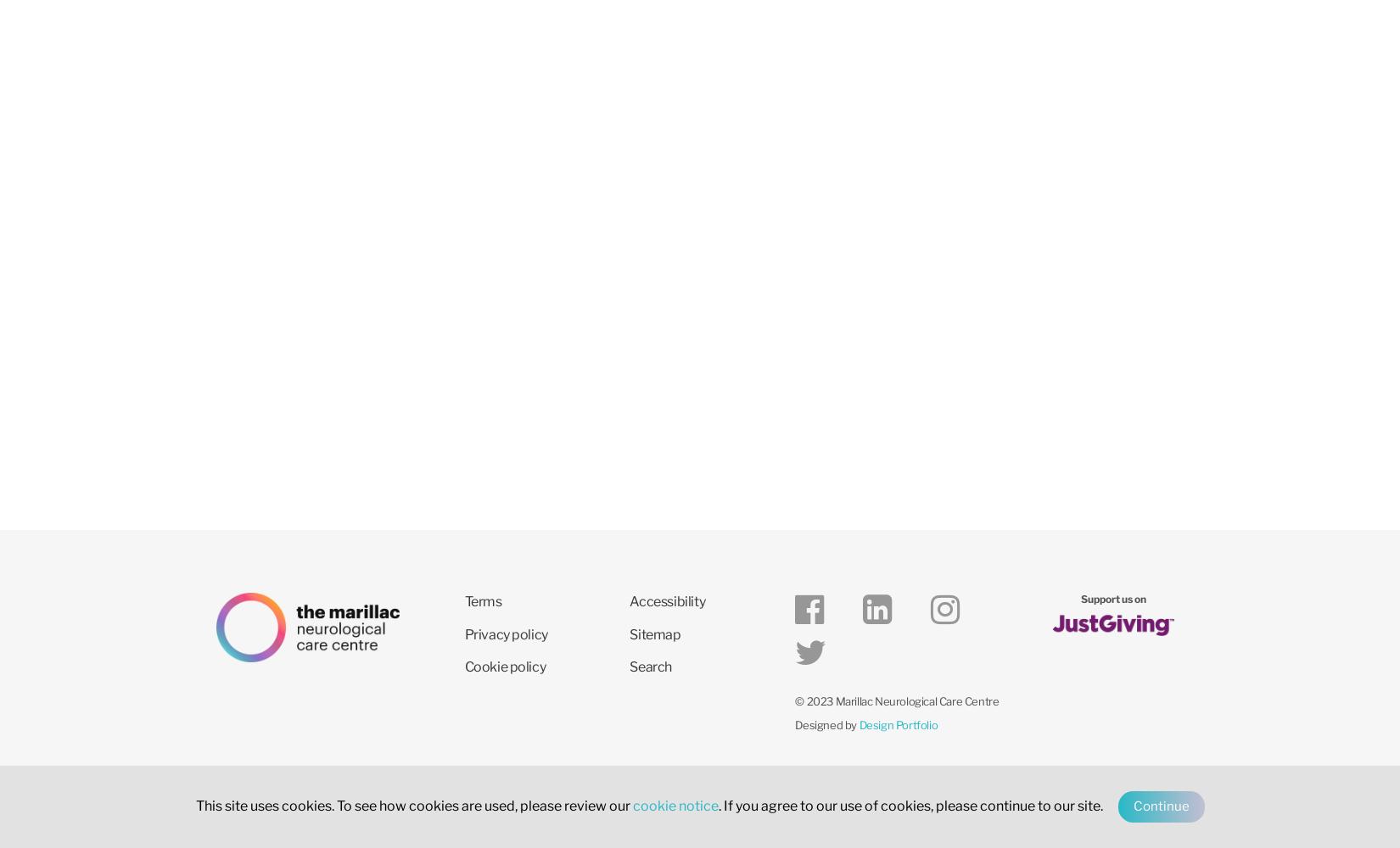 The width and height of the screenshot is (1400, 848). What do you see at coordinates (898, 723) in the screenshot?
I see `'Design Portfolio'` at bounding box center [898, 723].